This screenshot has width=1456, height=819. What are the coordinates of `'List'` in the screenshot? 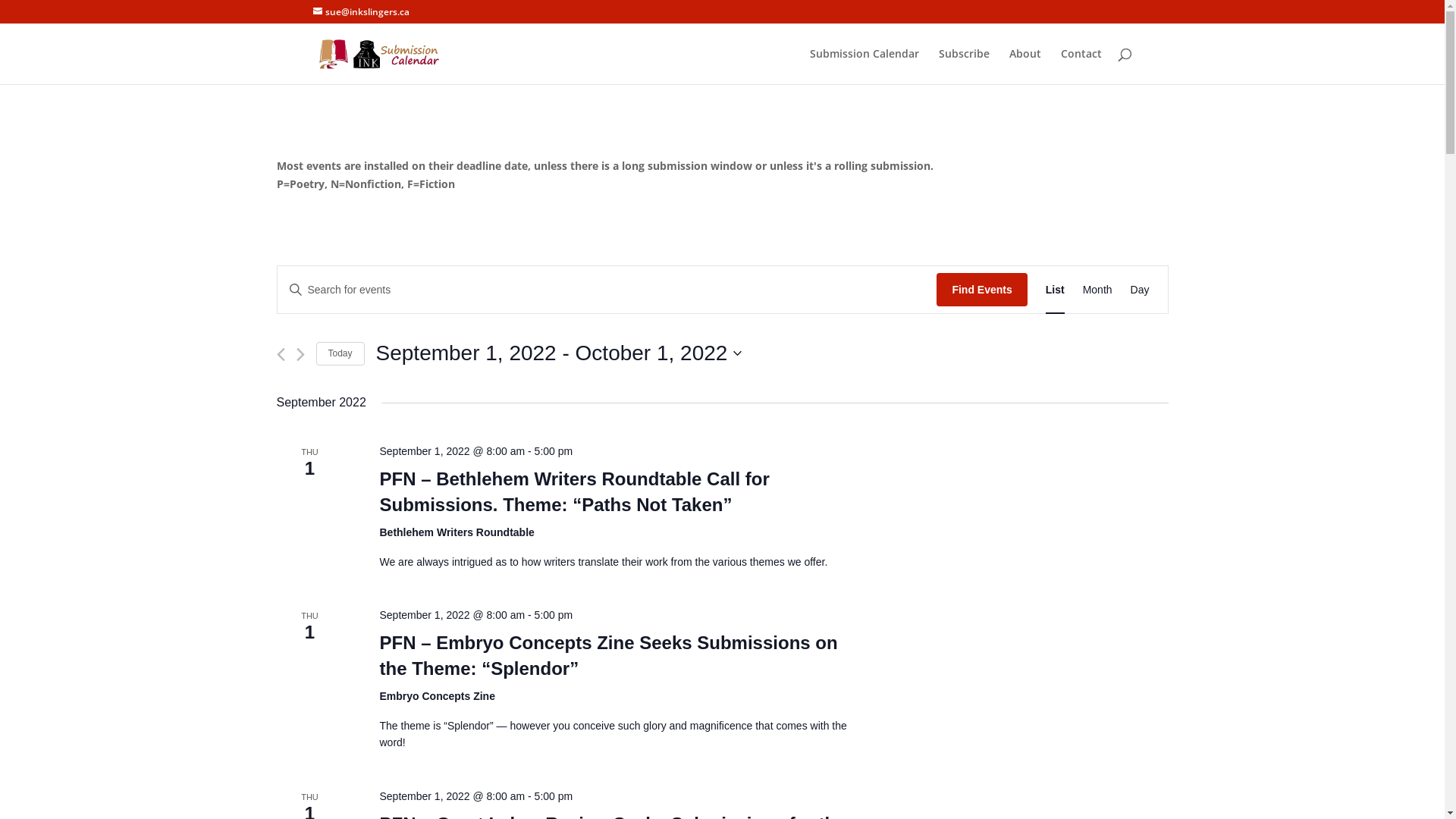 It's located at (1044, 290).